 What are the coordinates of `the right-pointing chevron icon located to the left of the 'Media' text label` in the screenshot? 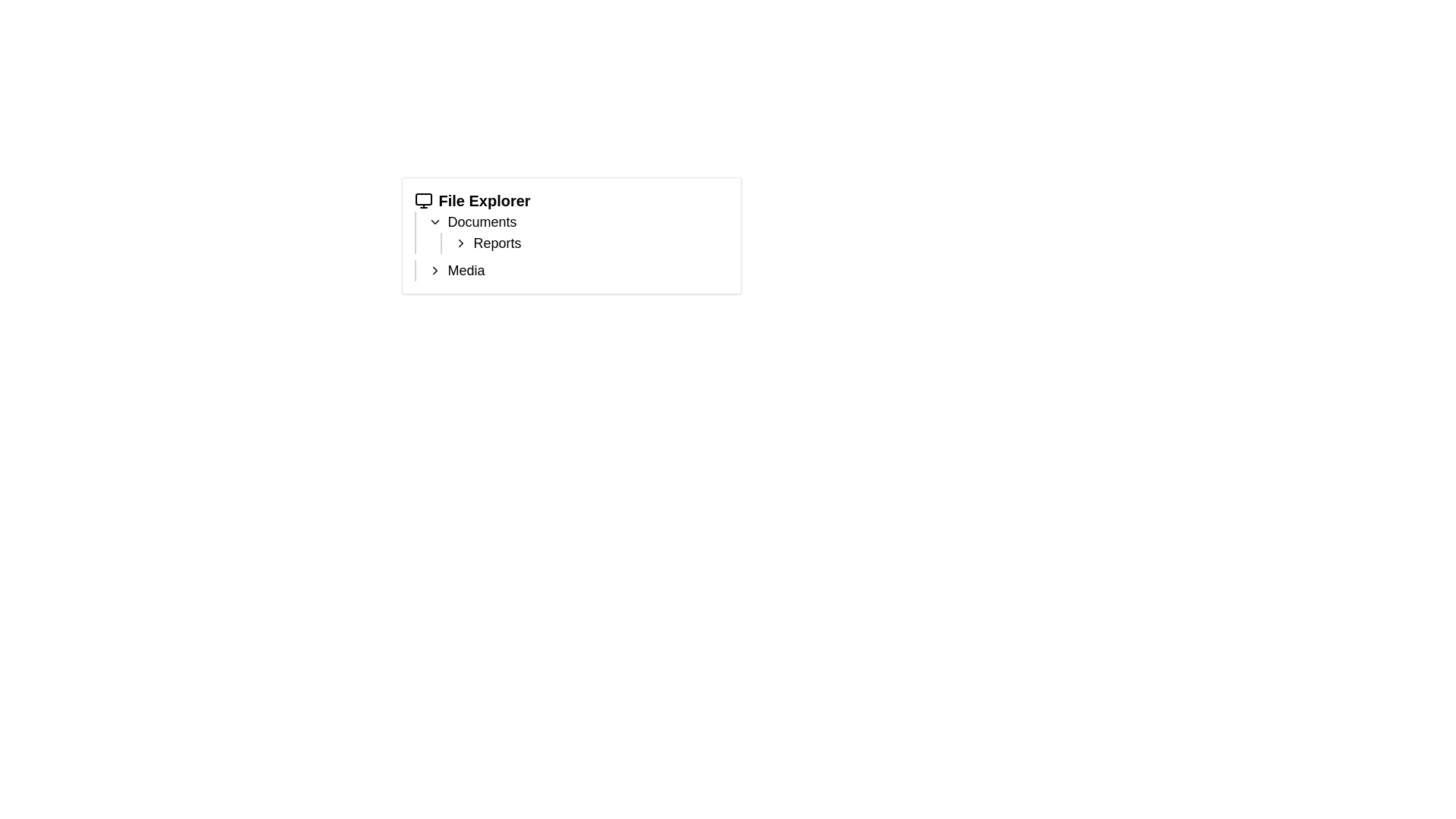 It's located at (434, 270).